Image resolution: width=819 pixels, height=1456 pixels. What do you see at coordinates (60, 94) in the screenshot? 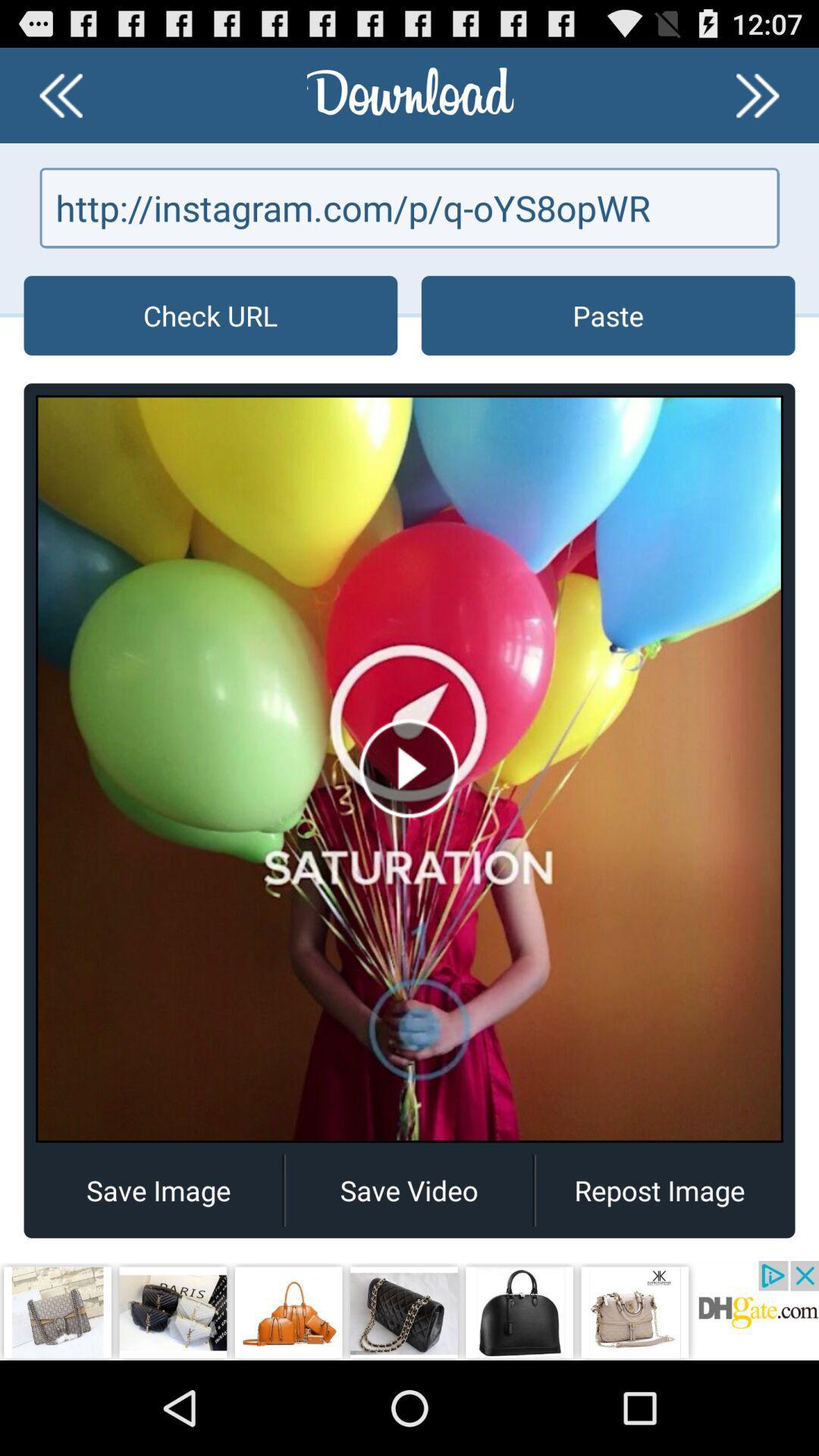
I see `back to previous page` at bounding box center [60, 94].